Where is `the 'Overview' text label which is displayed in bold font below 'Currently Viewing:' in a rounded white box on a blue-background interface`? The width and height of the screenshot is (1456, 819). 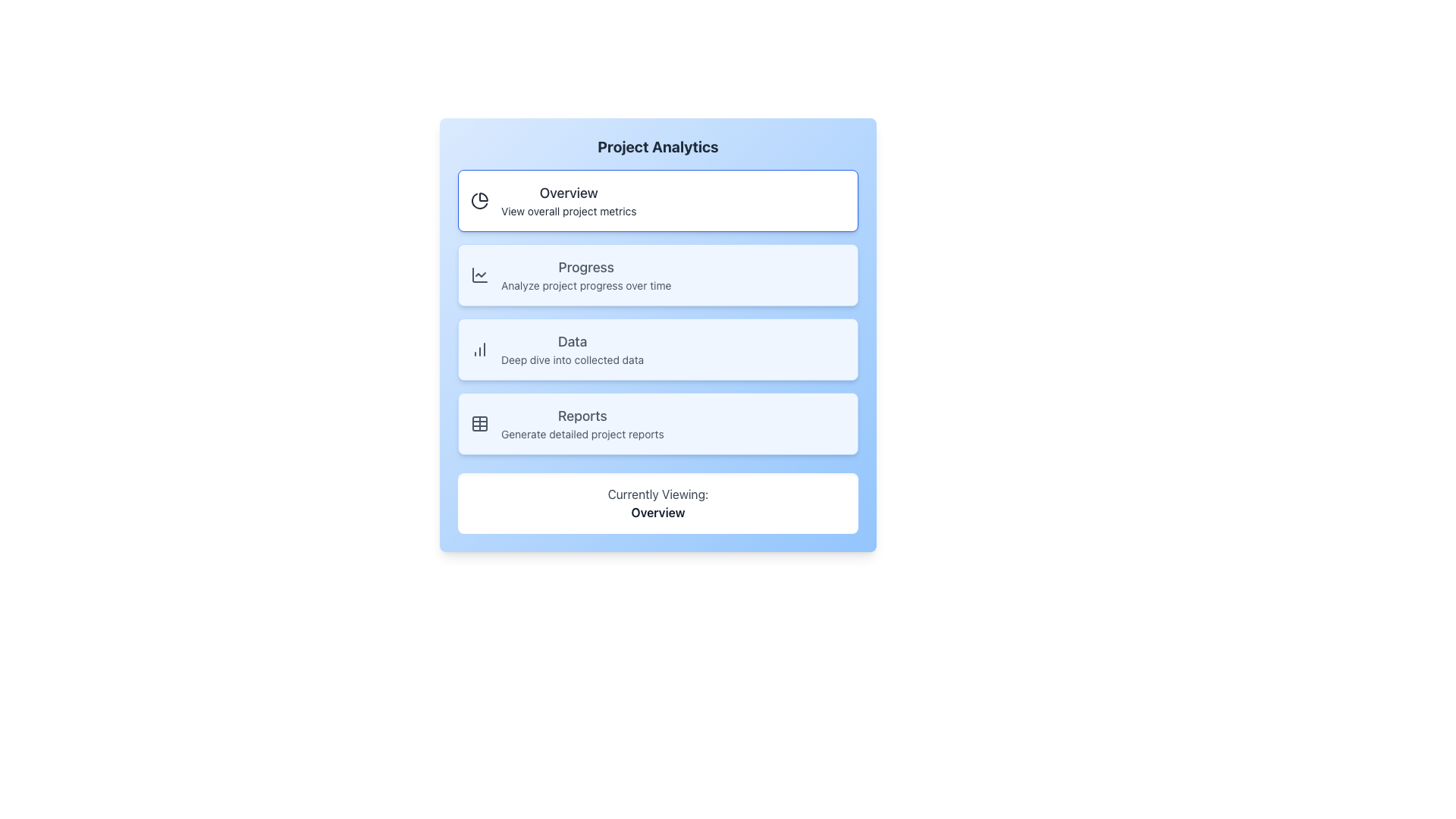
the 'Overview' text label which is displayed in bold font below 'Currently Viewing:' in a rounded white box on a blue-background interface is located at coordinates (658, 512).